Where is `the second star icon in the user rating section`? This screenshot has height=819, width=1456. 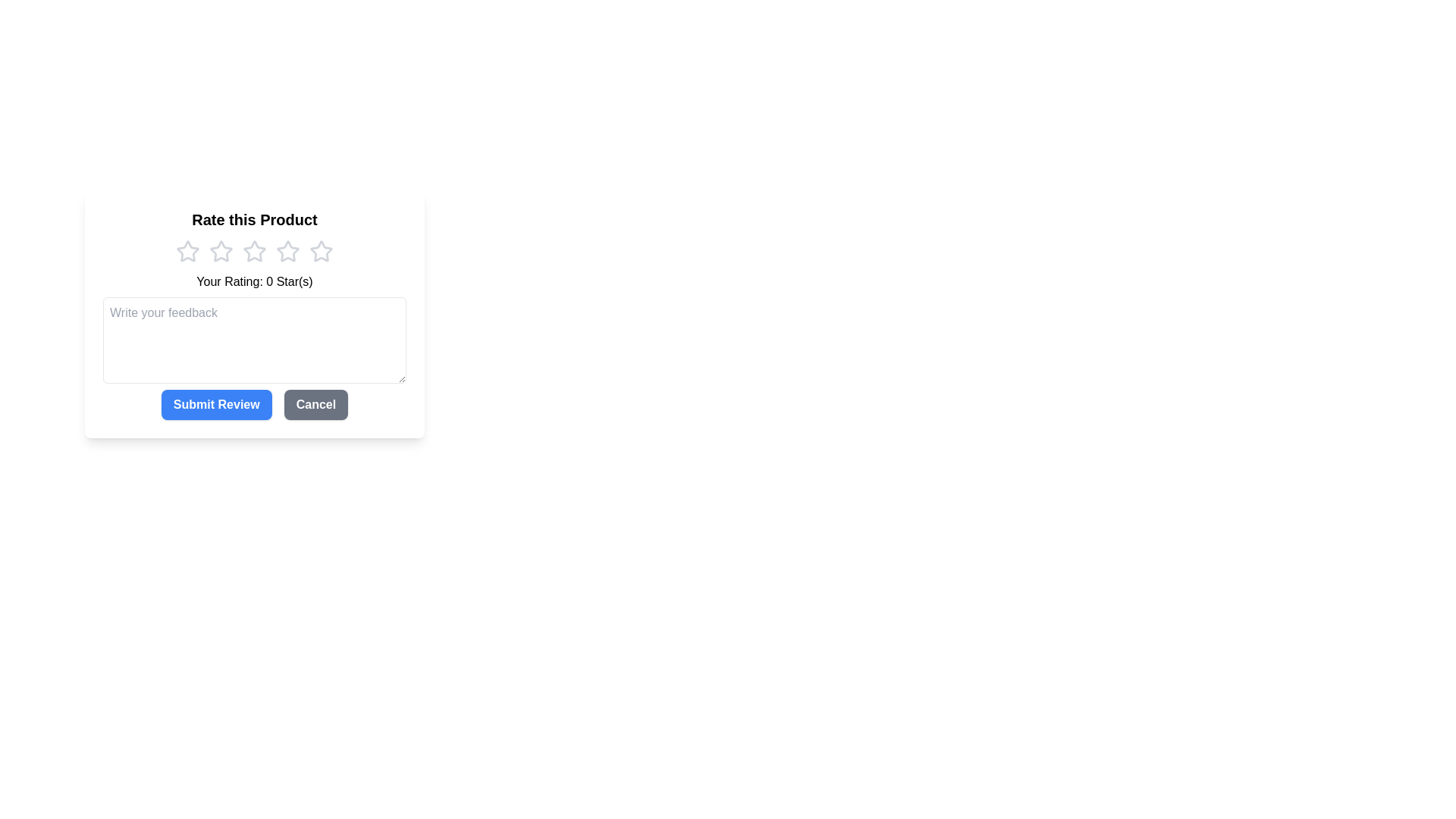 the second star icon in the user rating section is located at coordinates (221, 250).